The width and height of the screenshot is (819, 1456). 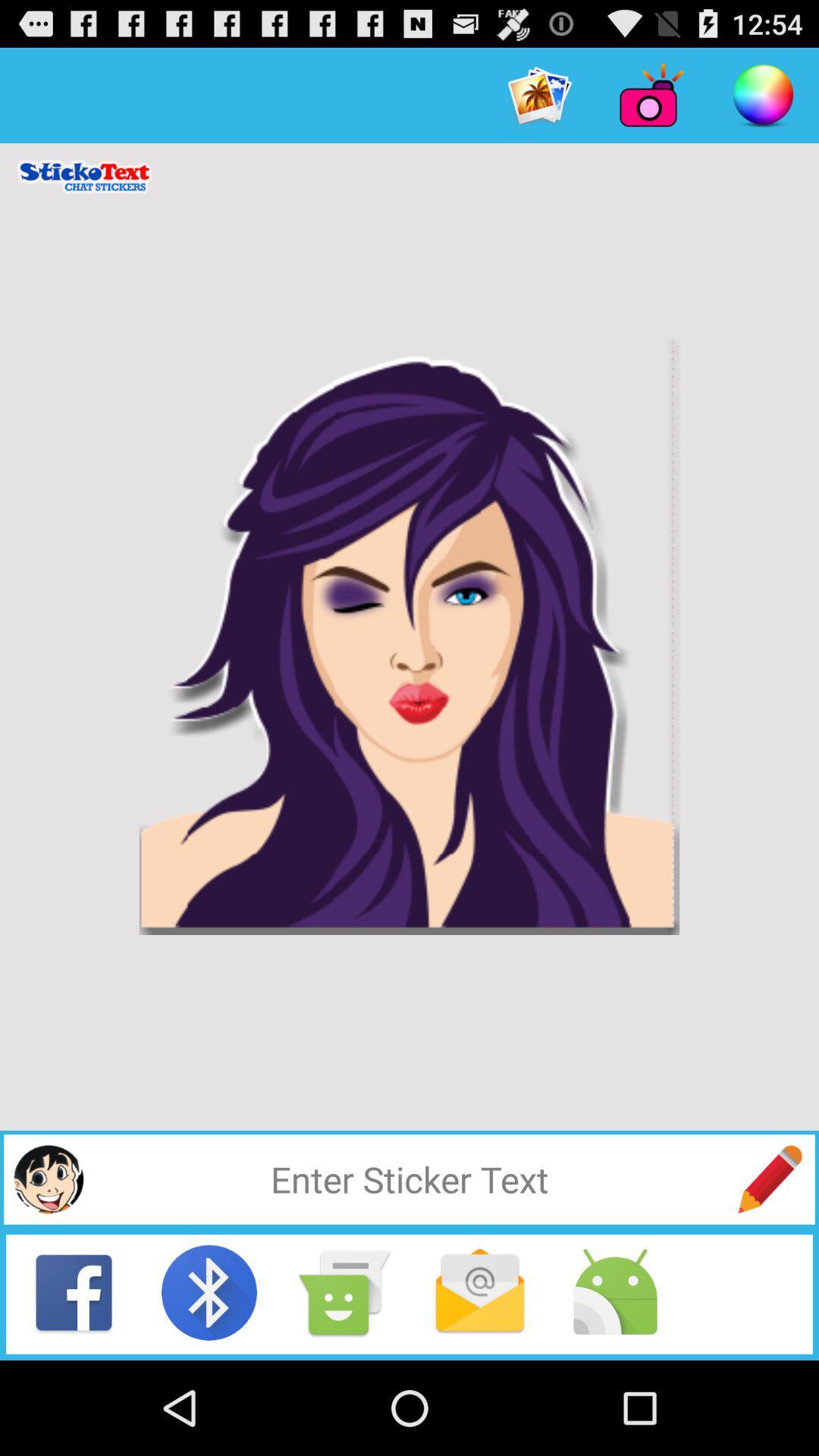 What do you see at coordinates (770, 1178) in the screenshot?
I see `send sticker text` at bounding box center [770, 1178].